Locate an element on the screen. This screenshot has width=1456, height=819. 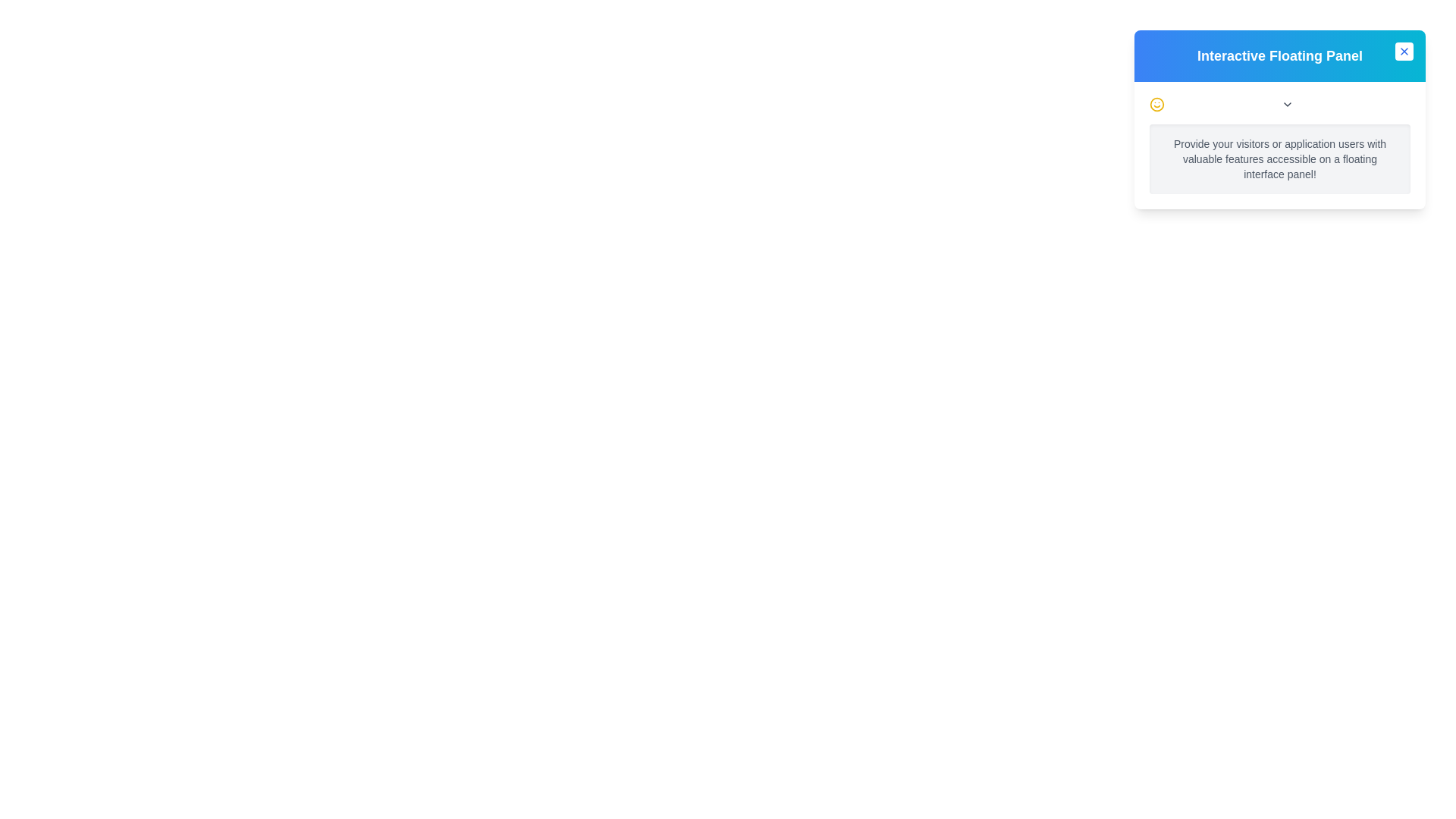
the main circular outline of the smiley face icon in the 'Interactive Floating Panel' located near the top-left side is located at coordinates (1156, 104).